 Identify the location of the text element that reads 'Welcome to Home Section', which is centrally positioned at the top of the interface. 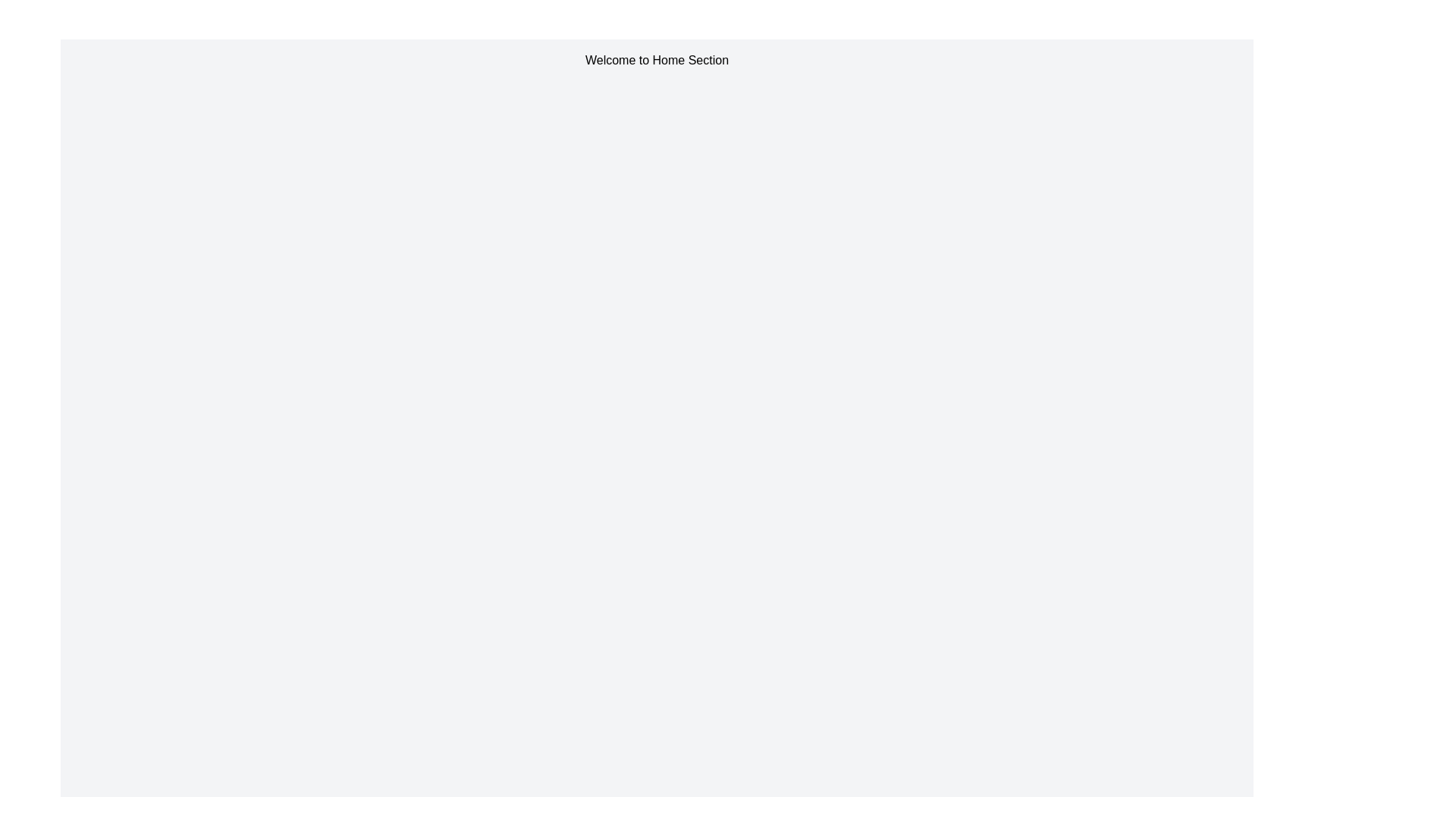
(657, 60).